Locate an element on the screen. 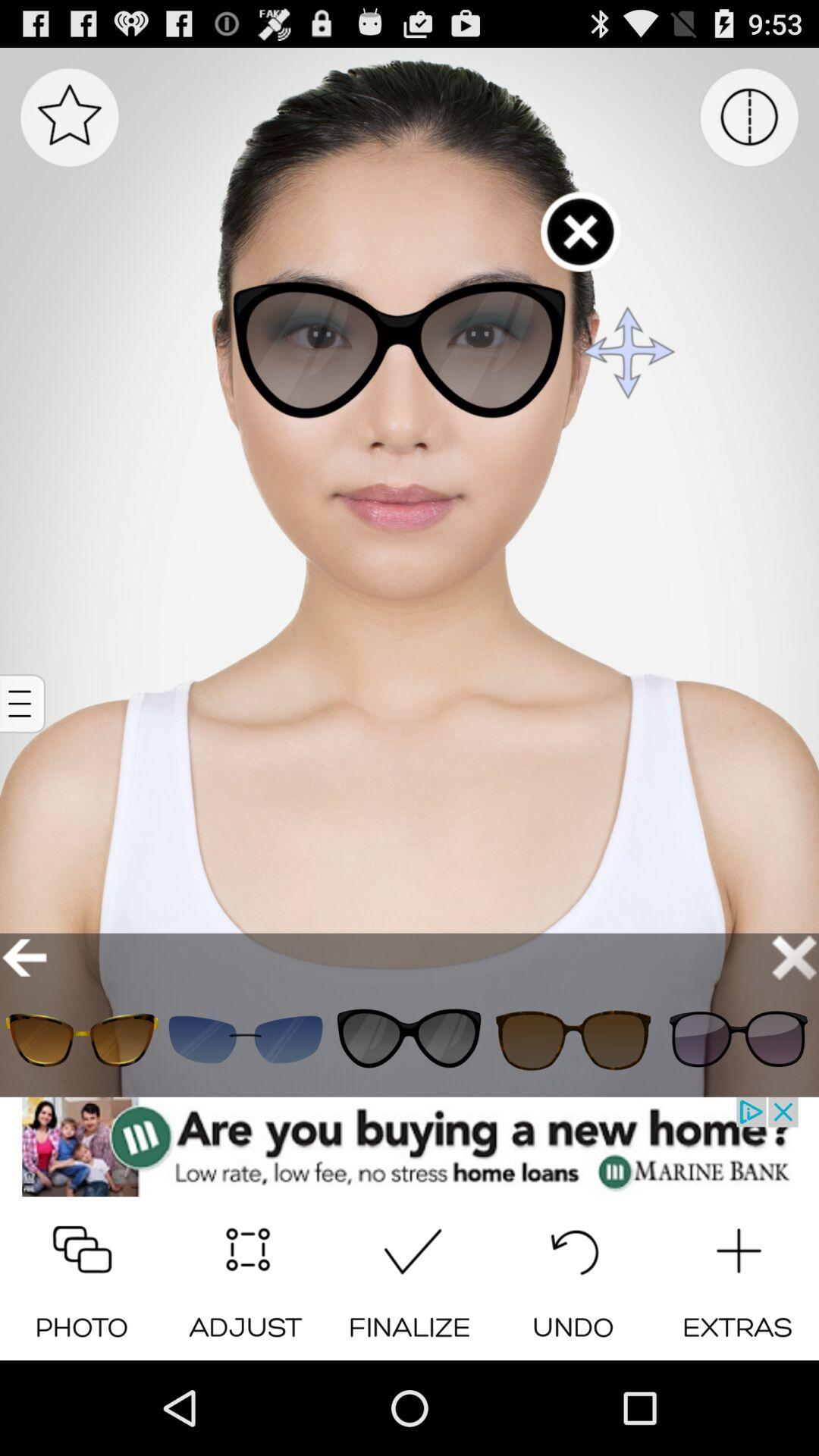 The image size is (819, 1456). choose a glass button is located at coordinates (573, 1039).